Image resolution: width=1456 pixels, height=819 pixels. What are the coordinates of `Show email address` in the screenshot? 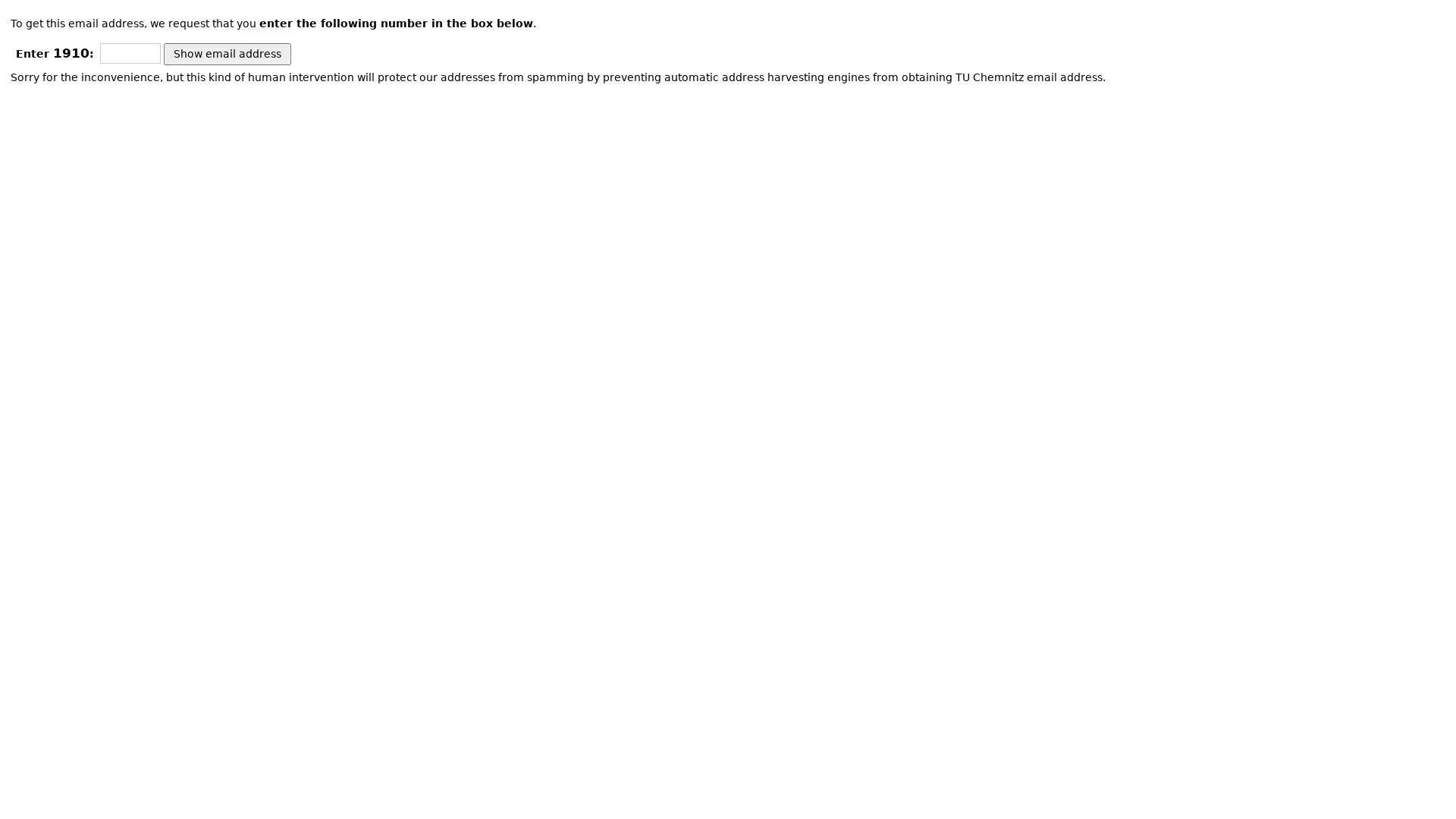 It's located at (225, 52).